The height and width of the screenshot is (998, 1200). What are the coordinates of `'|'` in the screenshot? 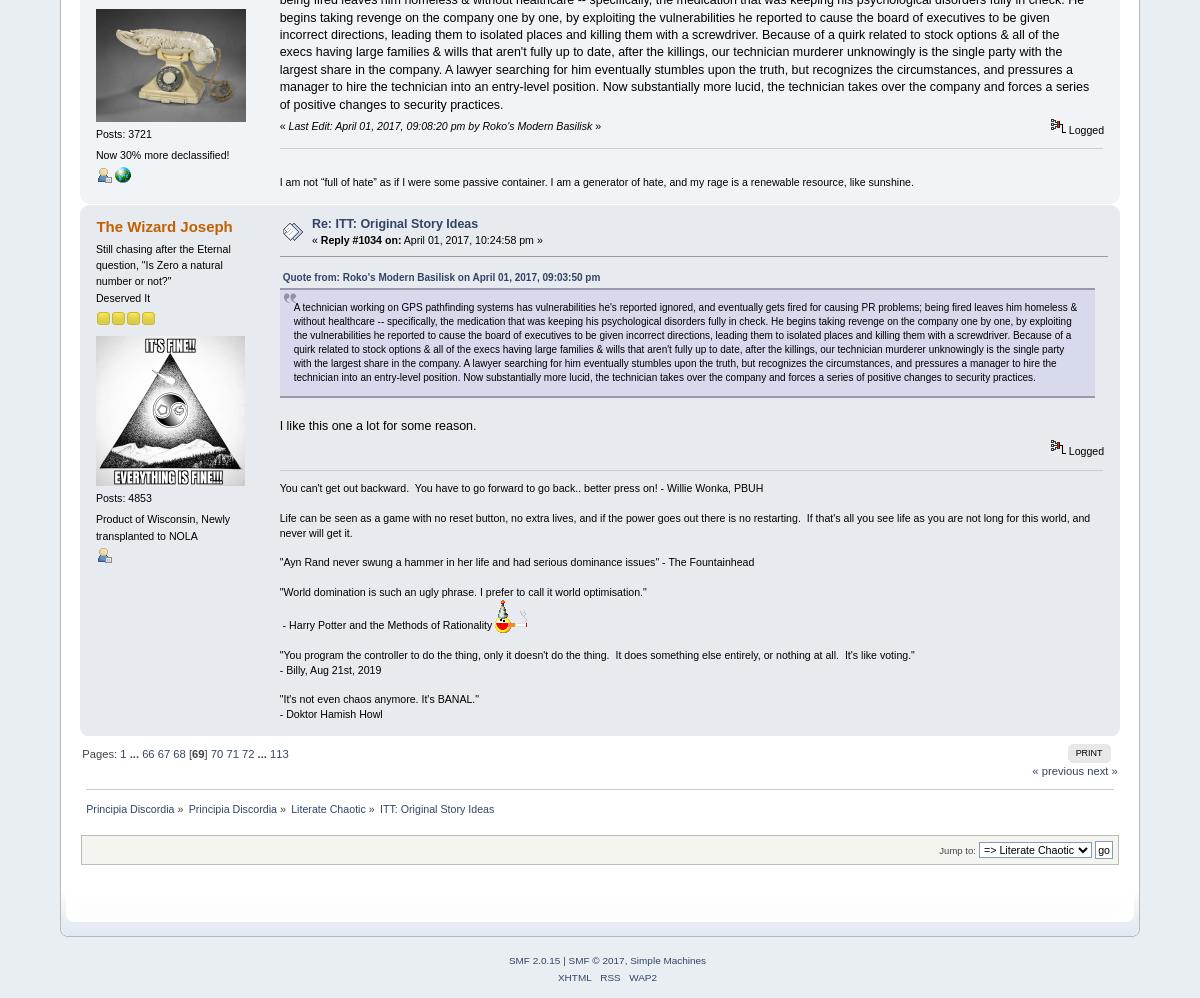 It's located at (563, 958).